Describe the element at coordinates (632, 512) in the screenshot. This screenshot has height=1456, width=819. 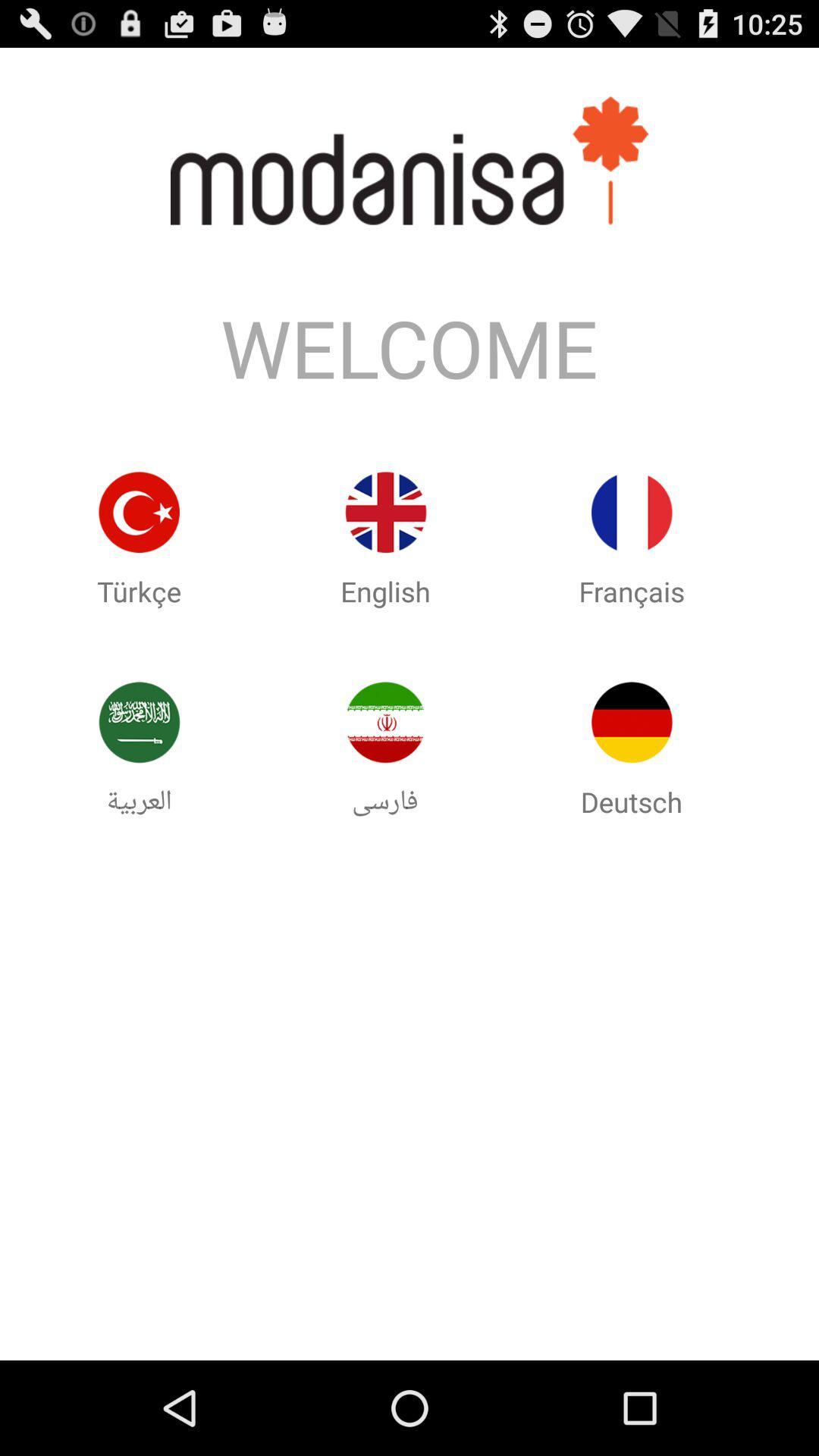
I see `selects country` at that location.